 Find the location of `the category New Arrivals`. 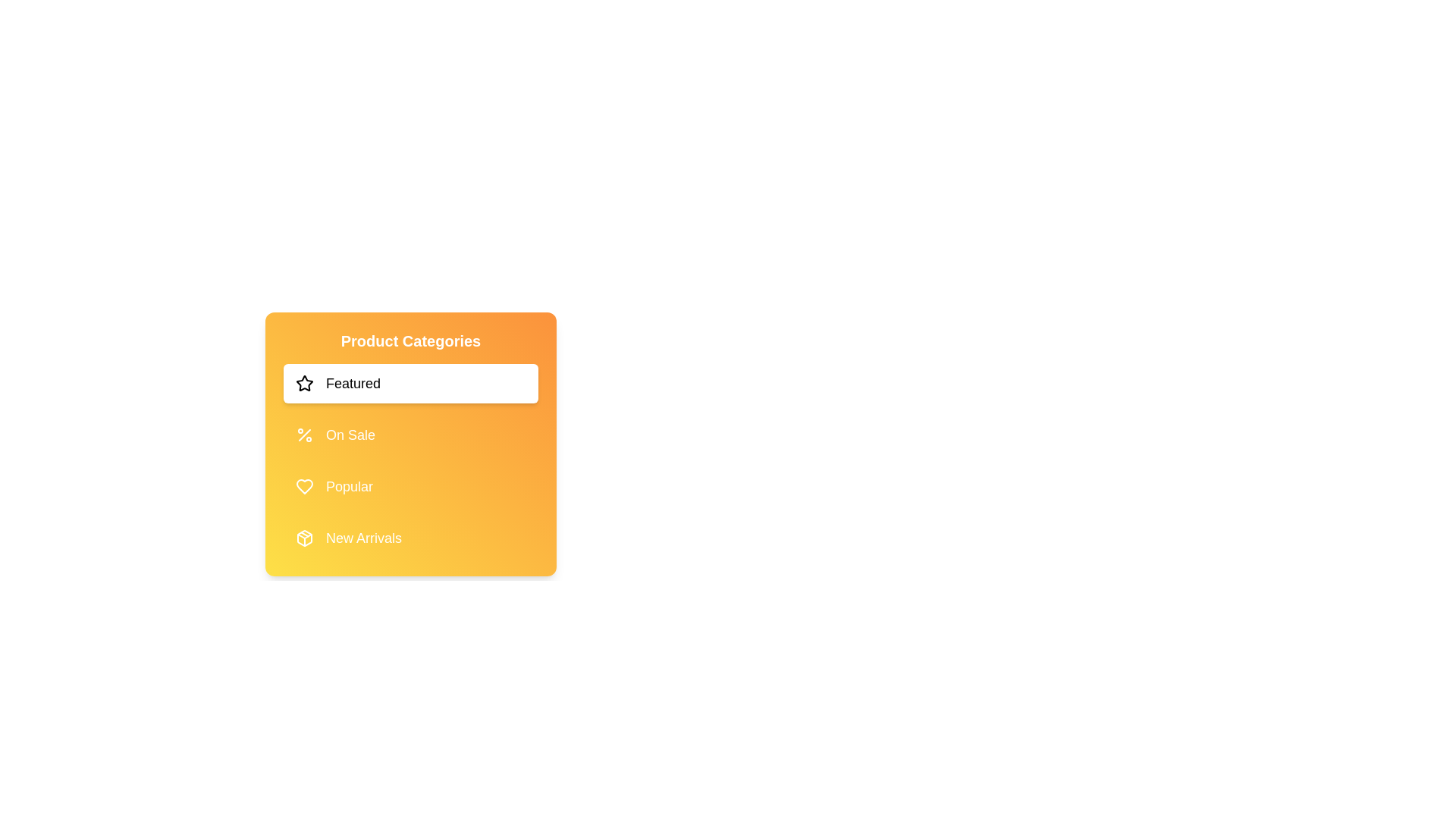

the category New Arrivals is located at coordinates (411, 537).